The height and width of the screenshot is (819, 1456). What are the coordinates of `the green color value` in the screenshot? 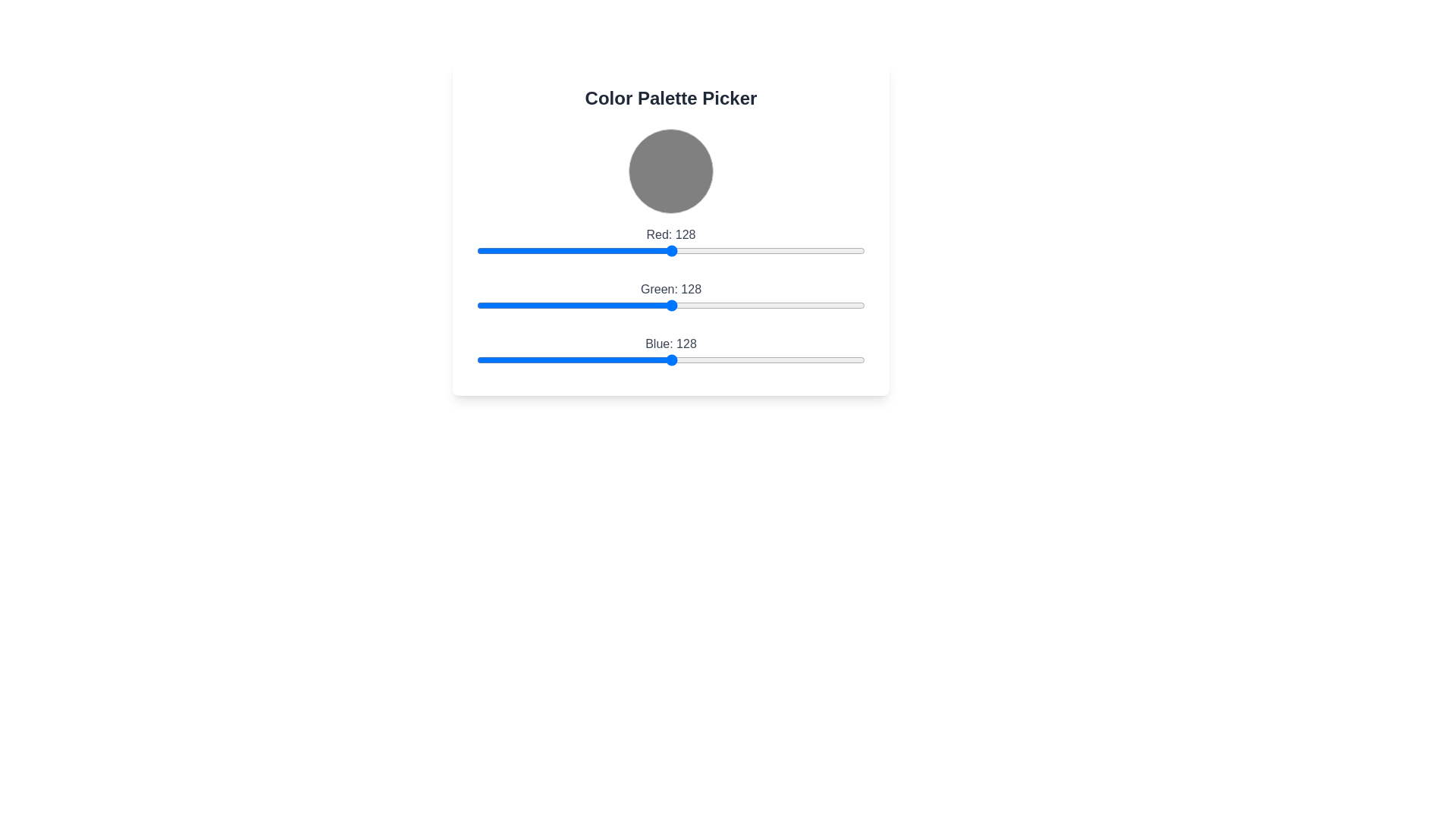 It's located at (772, 305).